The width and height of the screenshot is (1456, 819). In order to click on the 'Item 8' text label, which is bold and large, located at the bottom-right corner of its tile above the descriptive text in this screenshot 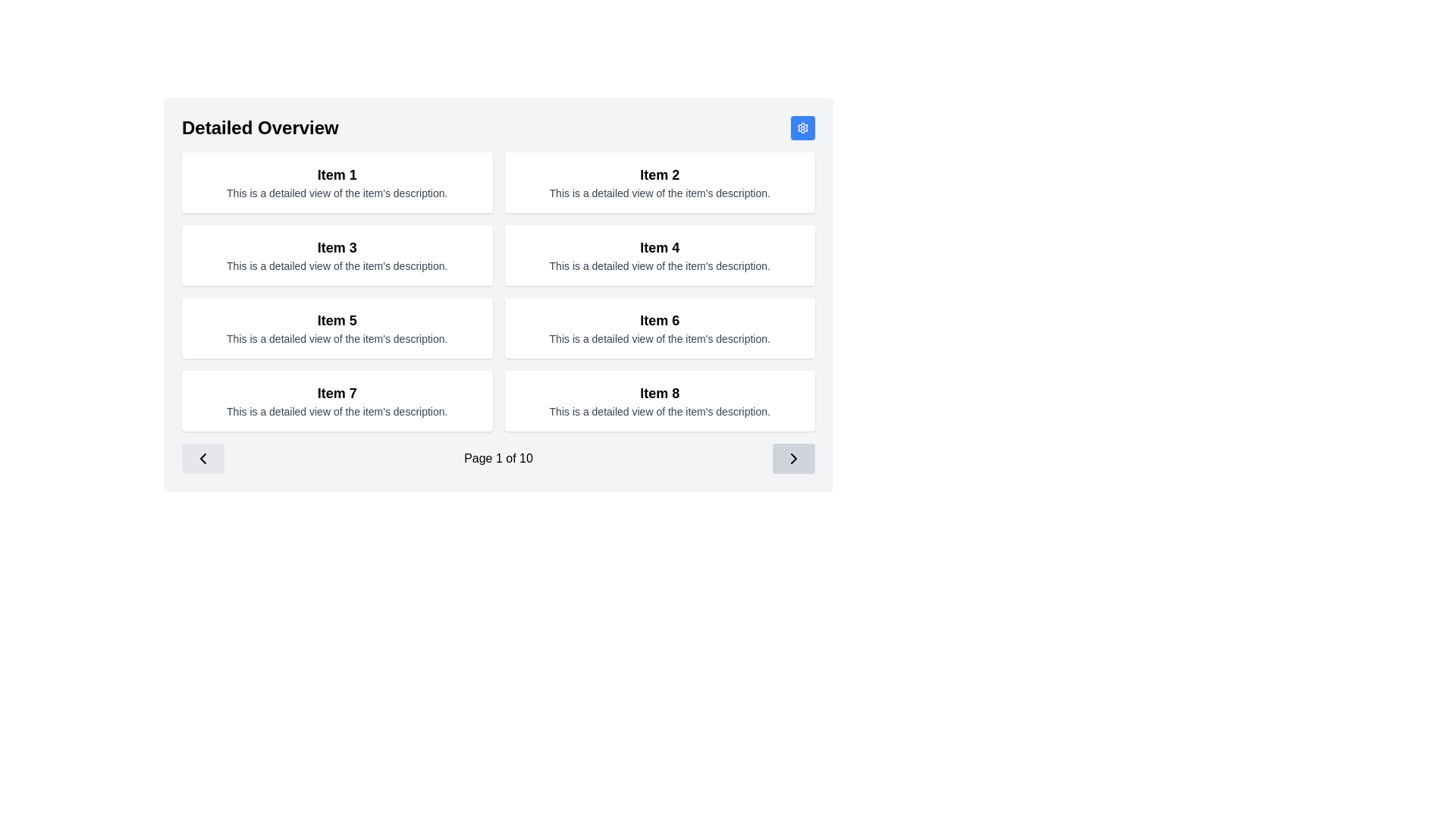, I will do `click(660, 393)`.